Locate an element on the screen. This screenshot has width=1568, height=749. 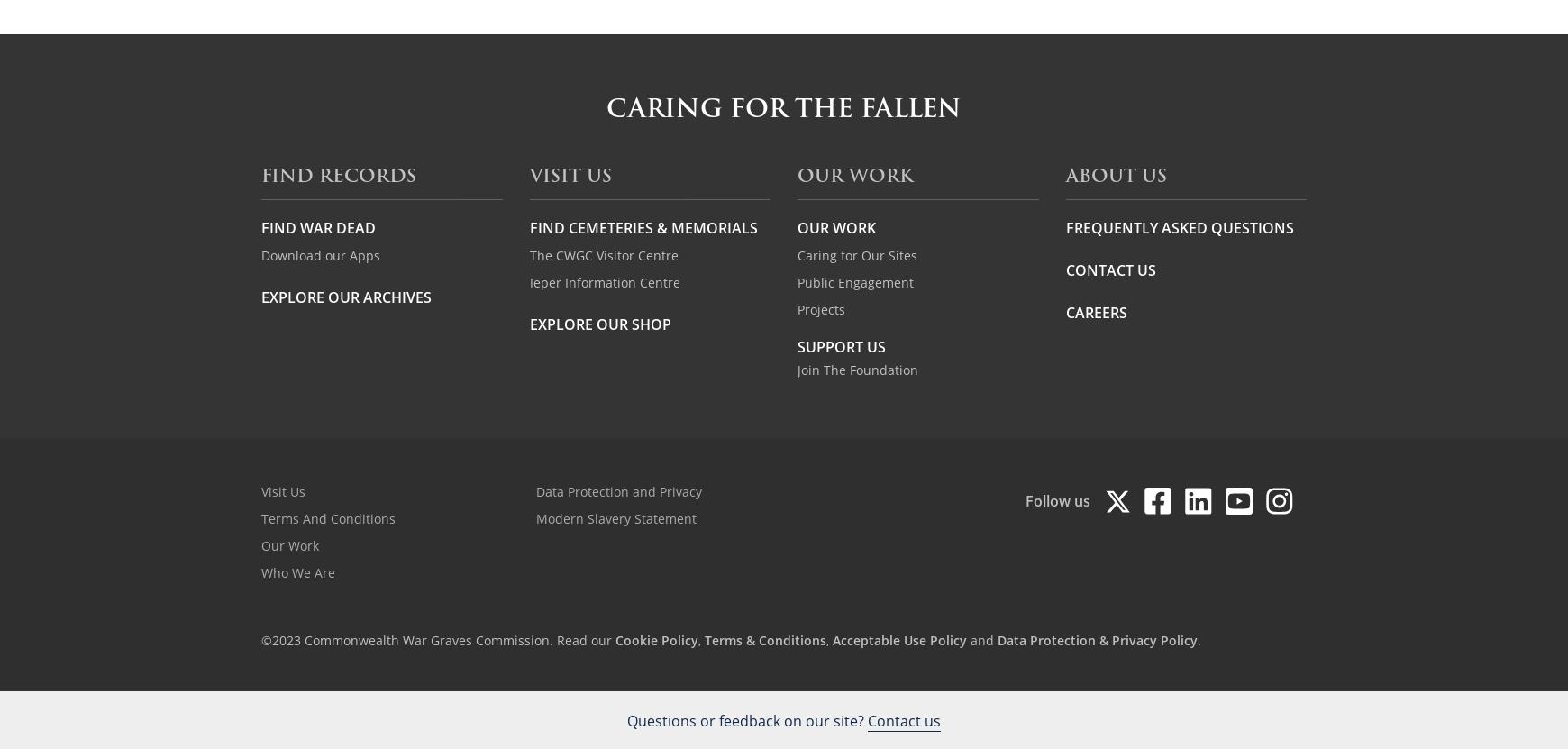
'Our work' is located at coordinates (854, 175).